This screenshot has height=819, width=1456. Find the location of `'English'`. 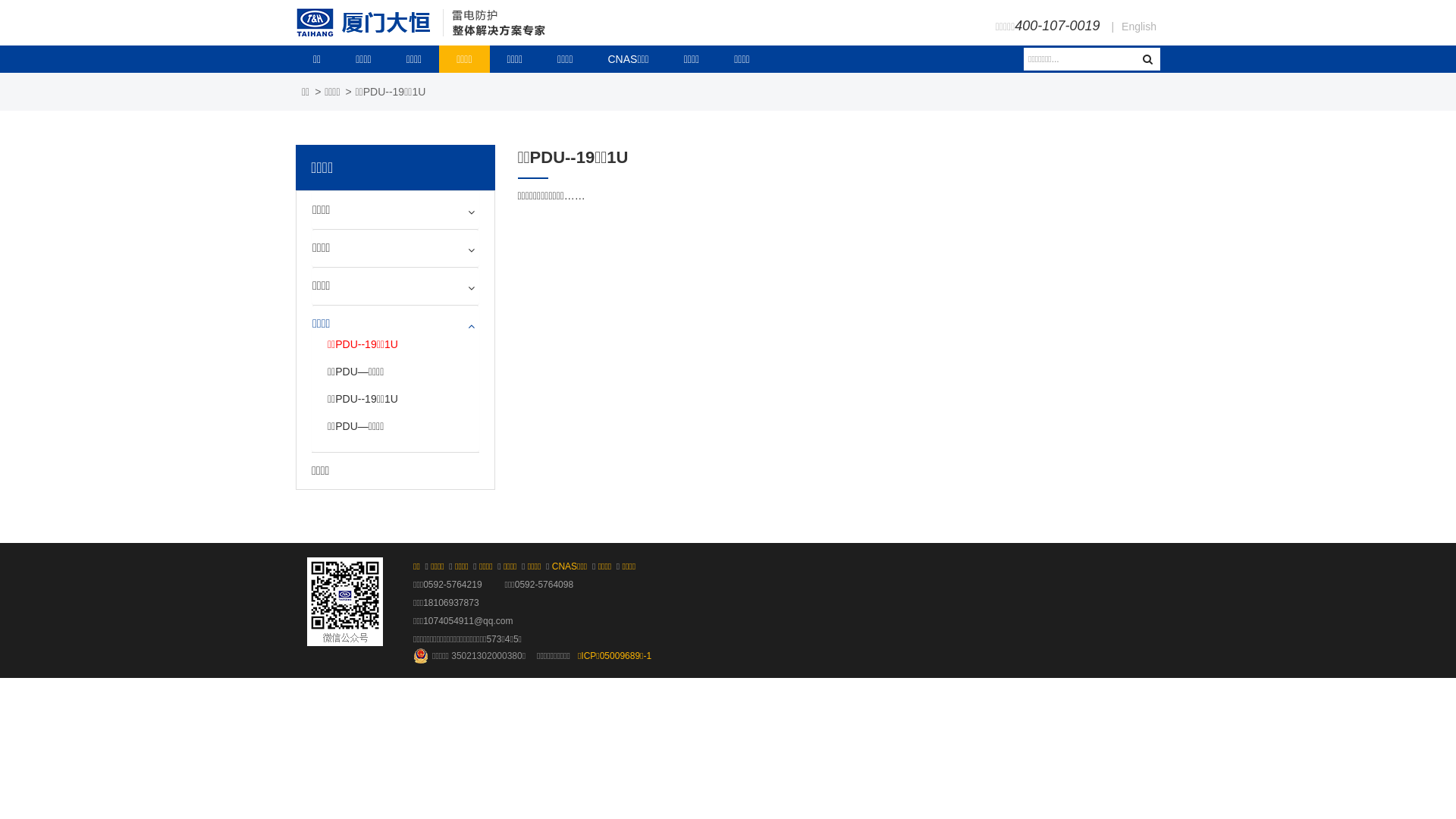

'English' is located at coordinates (1139, 26).